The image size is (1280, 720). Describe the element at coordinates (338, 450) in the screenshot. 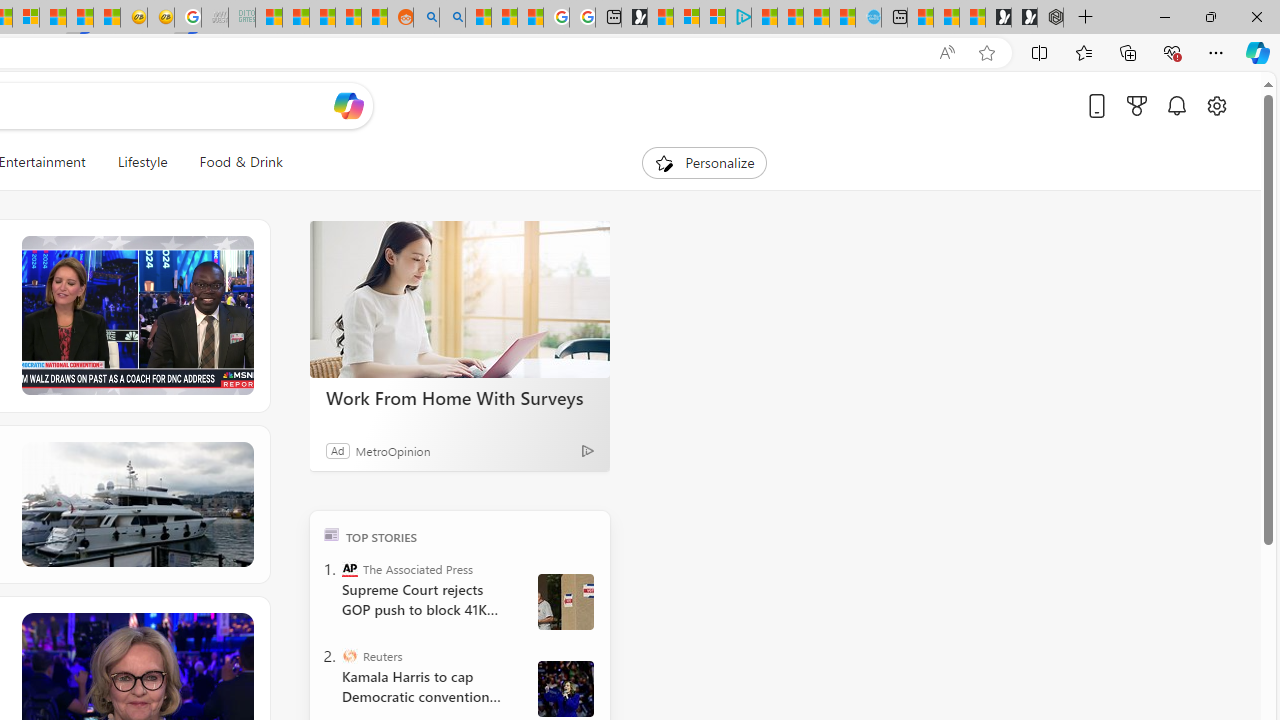

I see `'Ad'` at that location.